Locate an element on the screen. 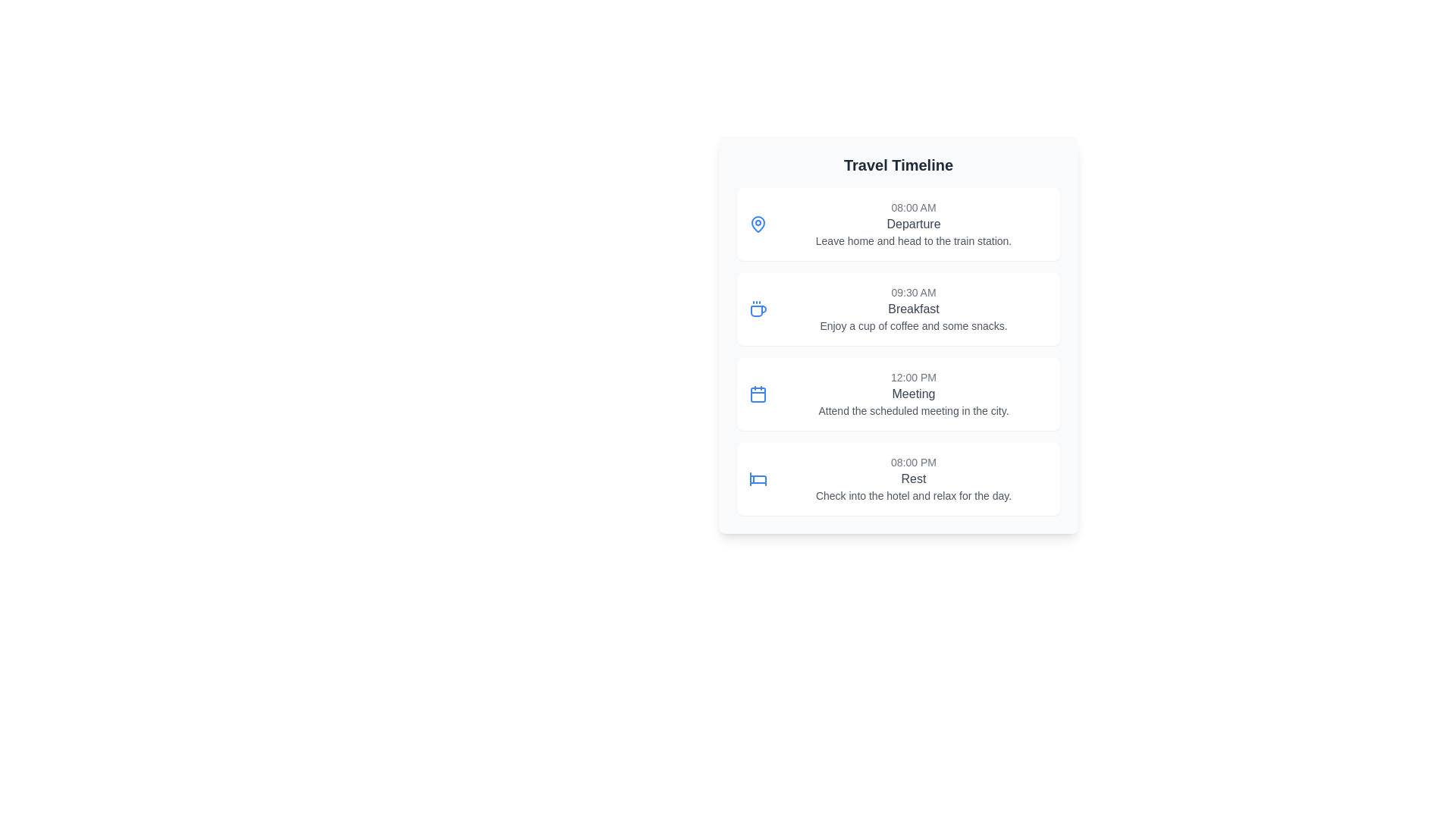 Image resolution: width=1456 pixels, height=819 pixels. the text label displaying the word 'Breakfast' in gray color, which is located in the second timeline entry of the activity card is located at coordinates (912, 309).